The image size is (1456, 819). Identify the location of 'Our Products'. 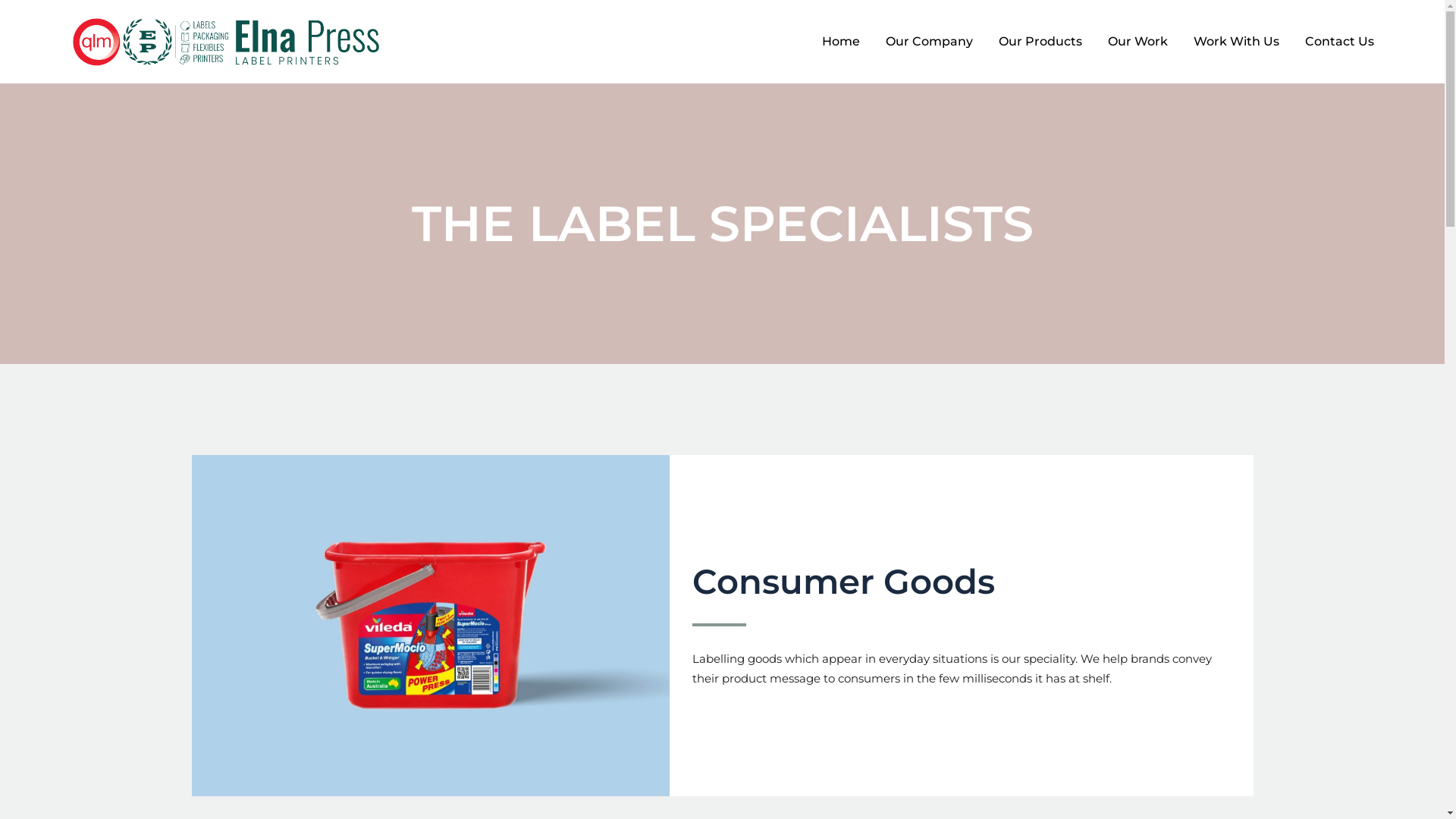
(1040, 40).